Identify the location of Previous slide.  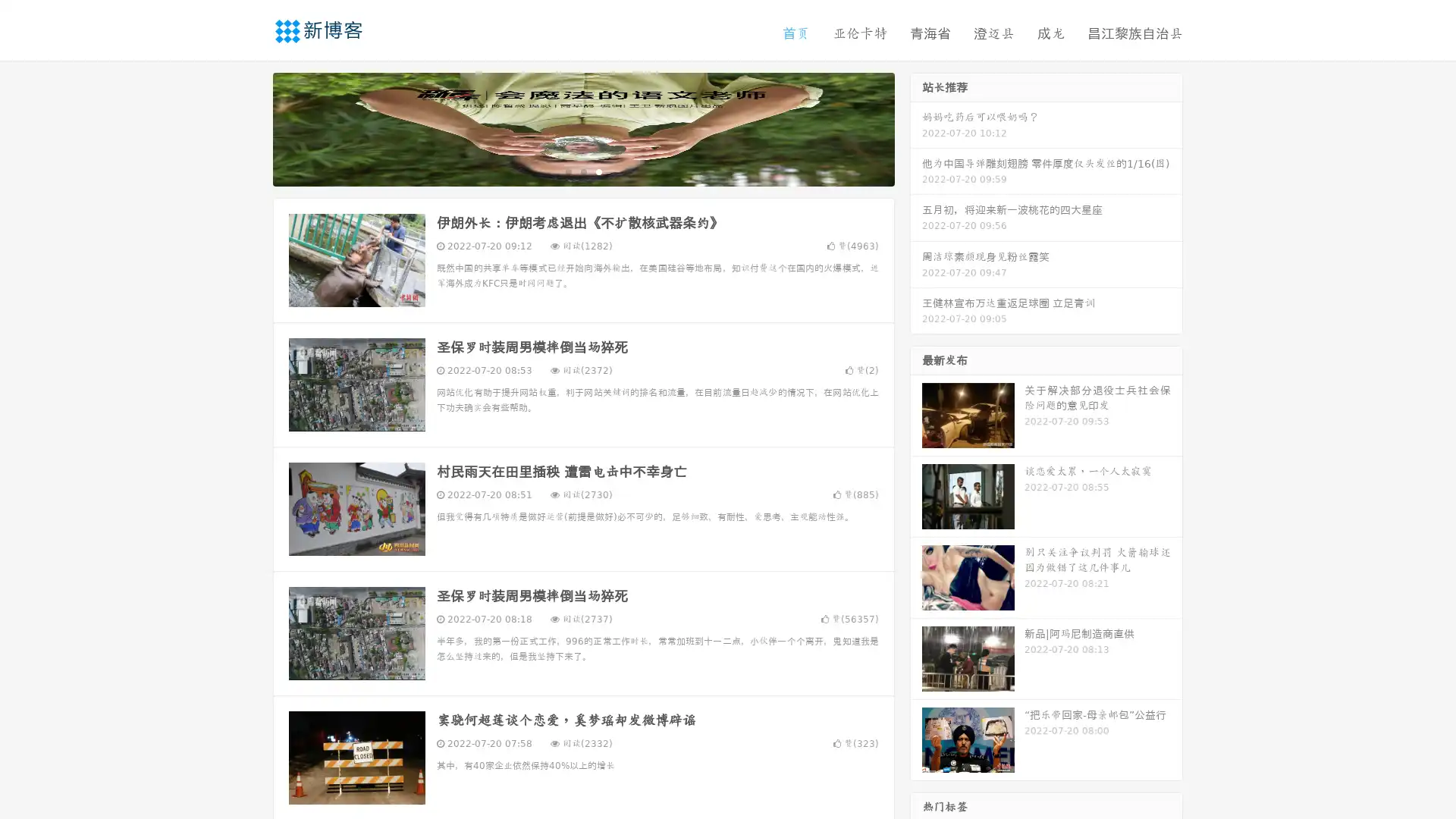
(250, 127).